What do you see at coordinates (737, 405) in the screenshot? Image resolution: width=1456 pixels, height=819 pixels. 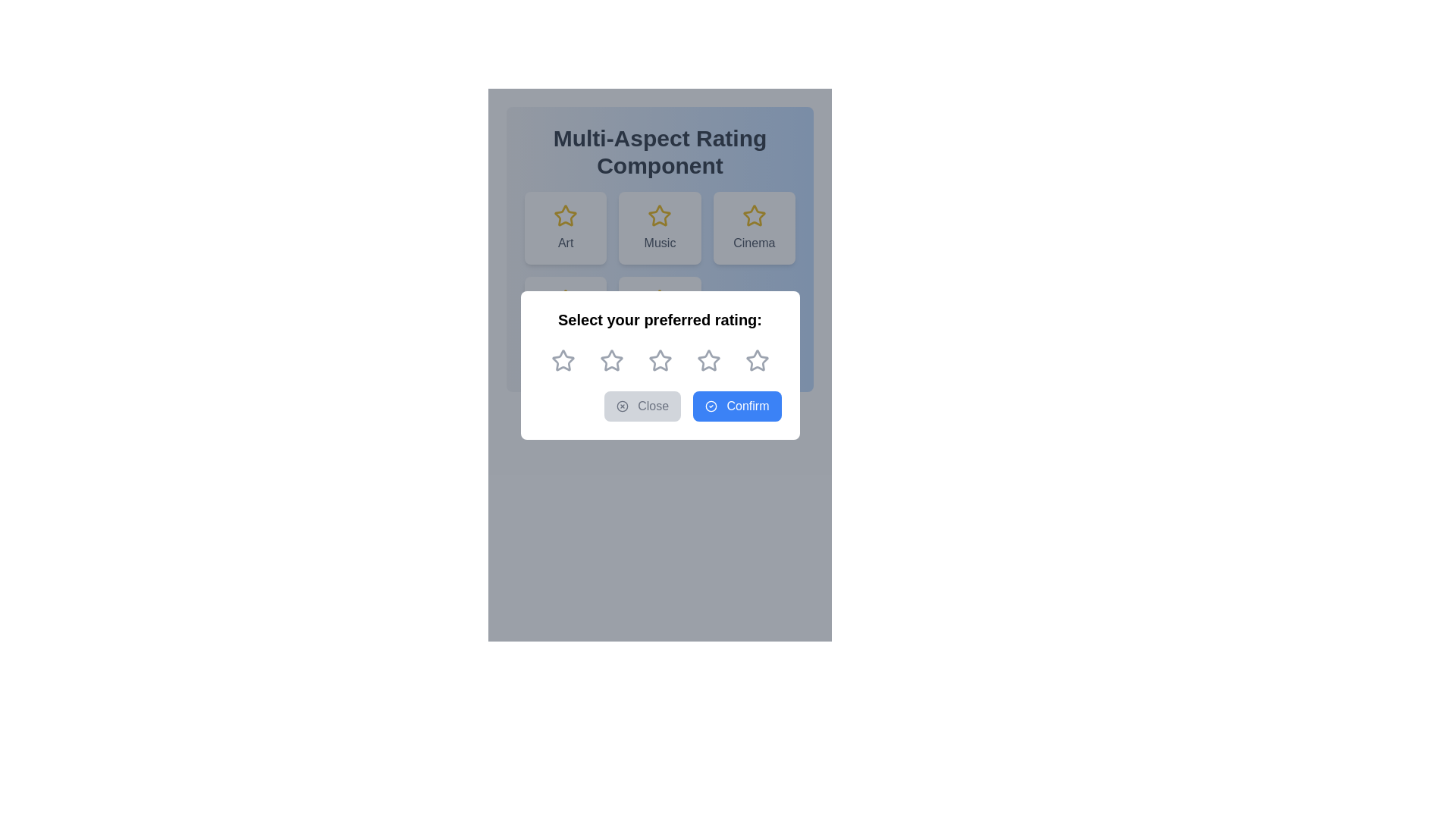 I see `the rightmost button in the horizontal arrangement at the bottom of the modal to confirm the action` at bounding box center [737, 405].